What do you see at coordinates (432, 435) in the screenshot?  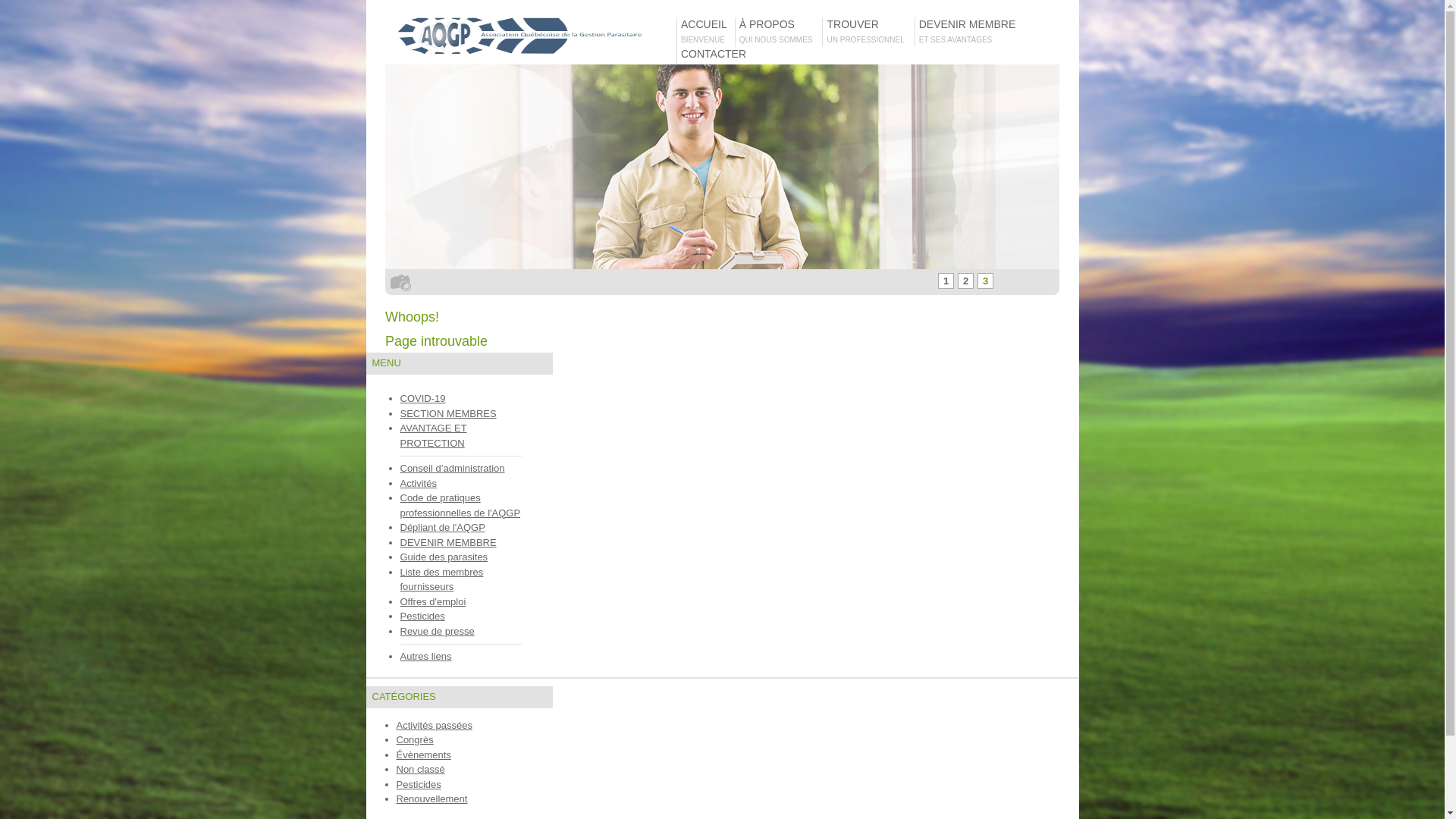 I see `'AVANTAGE ET PROTECTION'` at bounding box center [432, 435].